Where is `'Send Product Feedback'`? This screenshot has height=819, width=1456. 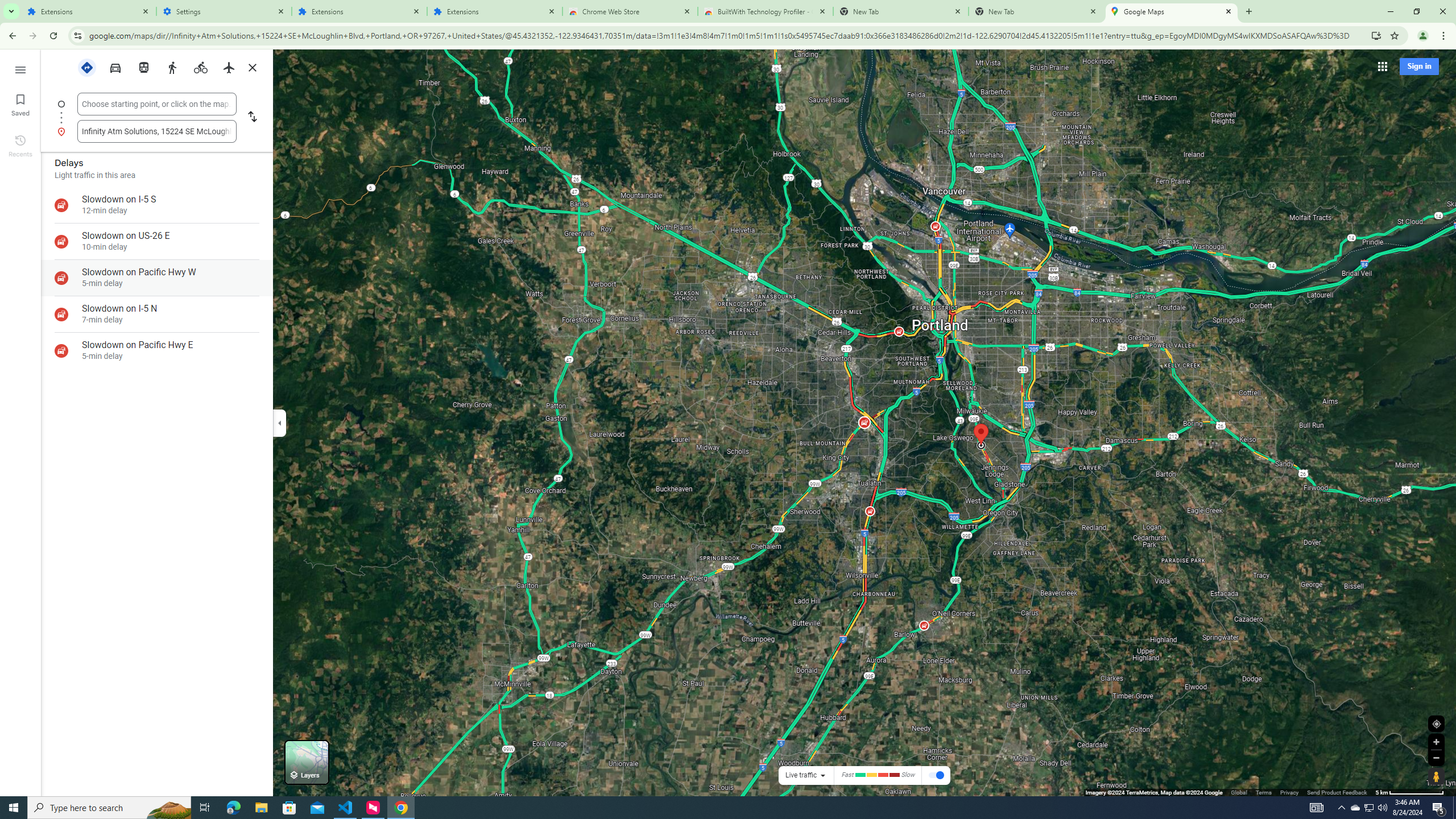 'Send Product Feedback' is located at coordinates (1337, 792).